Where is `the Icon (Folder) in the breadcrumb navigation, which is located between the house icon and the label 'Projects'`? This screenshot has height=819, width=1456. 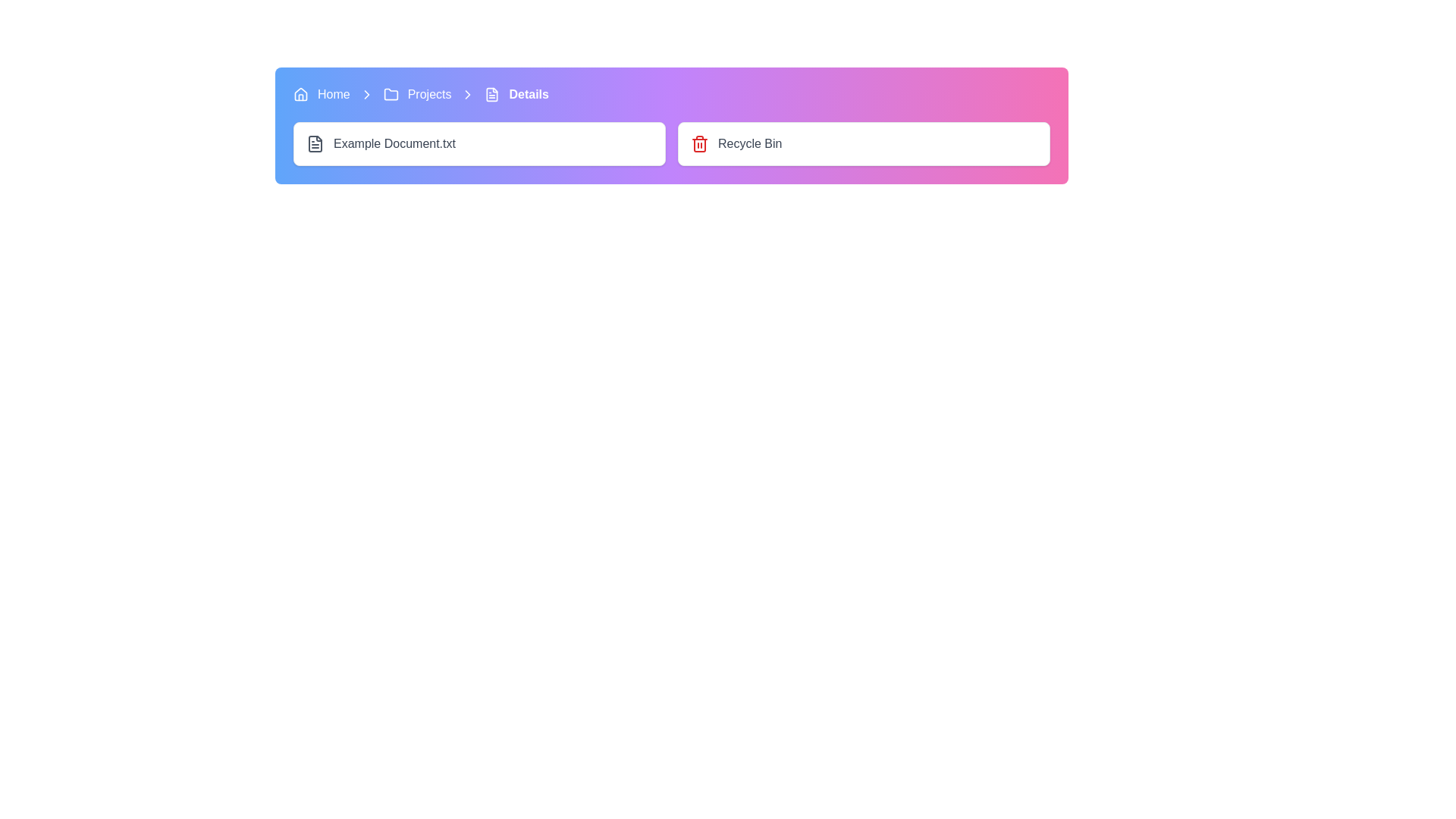
the Icon (Folder) in the breadcrumb navigation, which is located between the house icon and the label 'Projects' is located at coordinates (391, 94).